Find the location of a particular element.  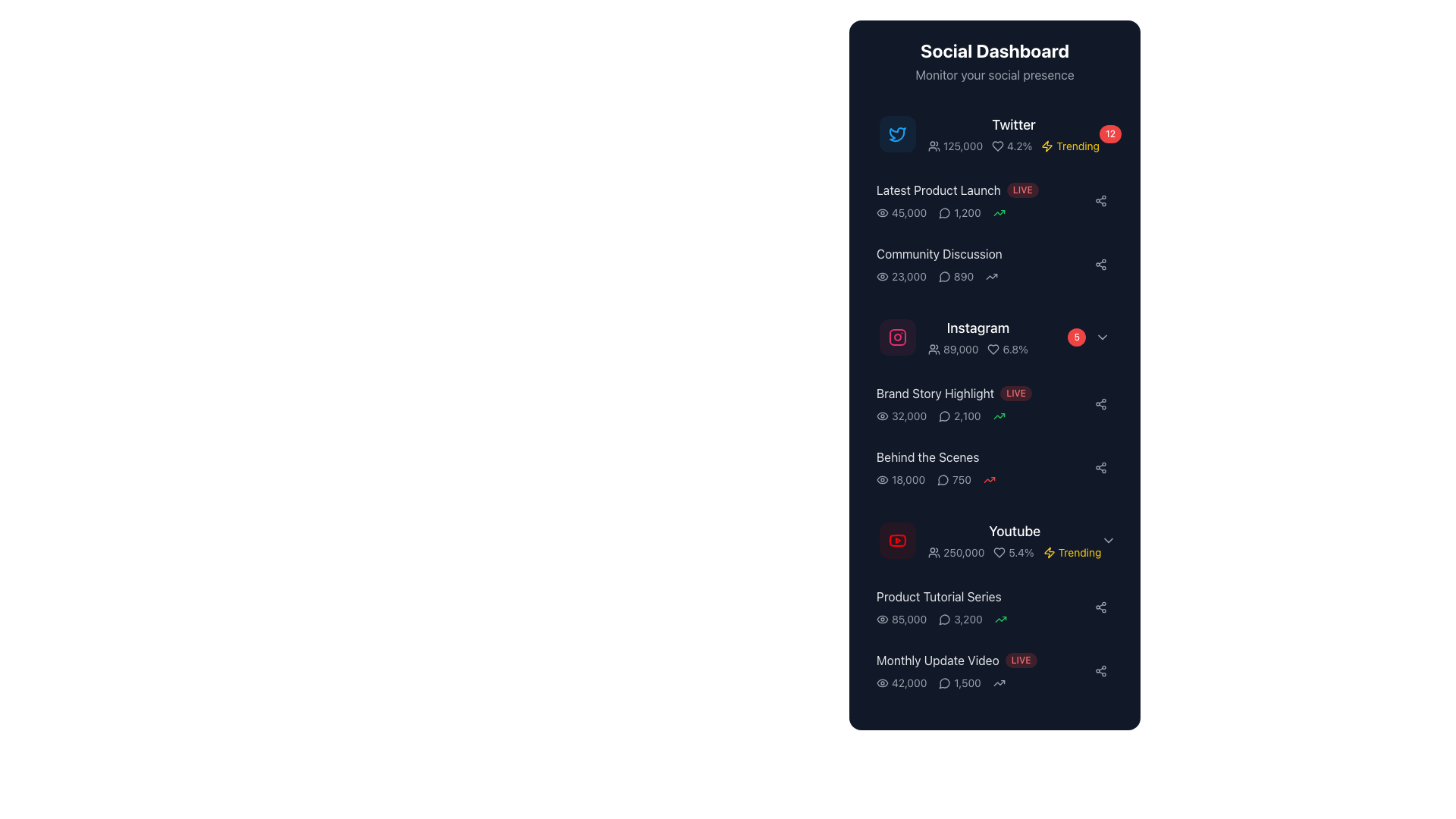

the non-interactive text display that indicates a percentage metric associated with the 'YouTube' row in the 'Social Dashboard' panel, located next to '250,000' and preceding 'Trending' is located at coordinates (1014, 553).